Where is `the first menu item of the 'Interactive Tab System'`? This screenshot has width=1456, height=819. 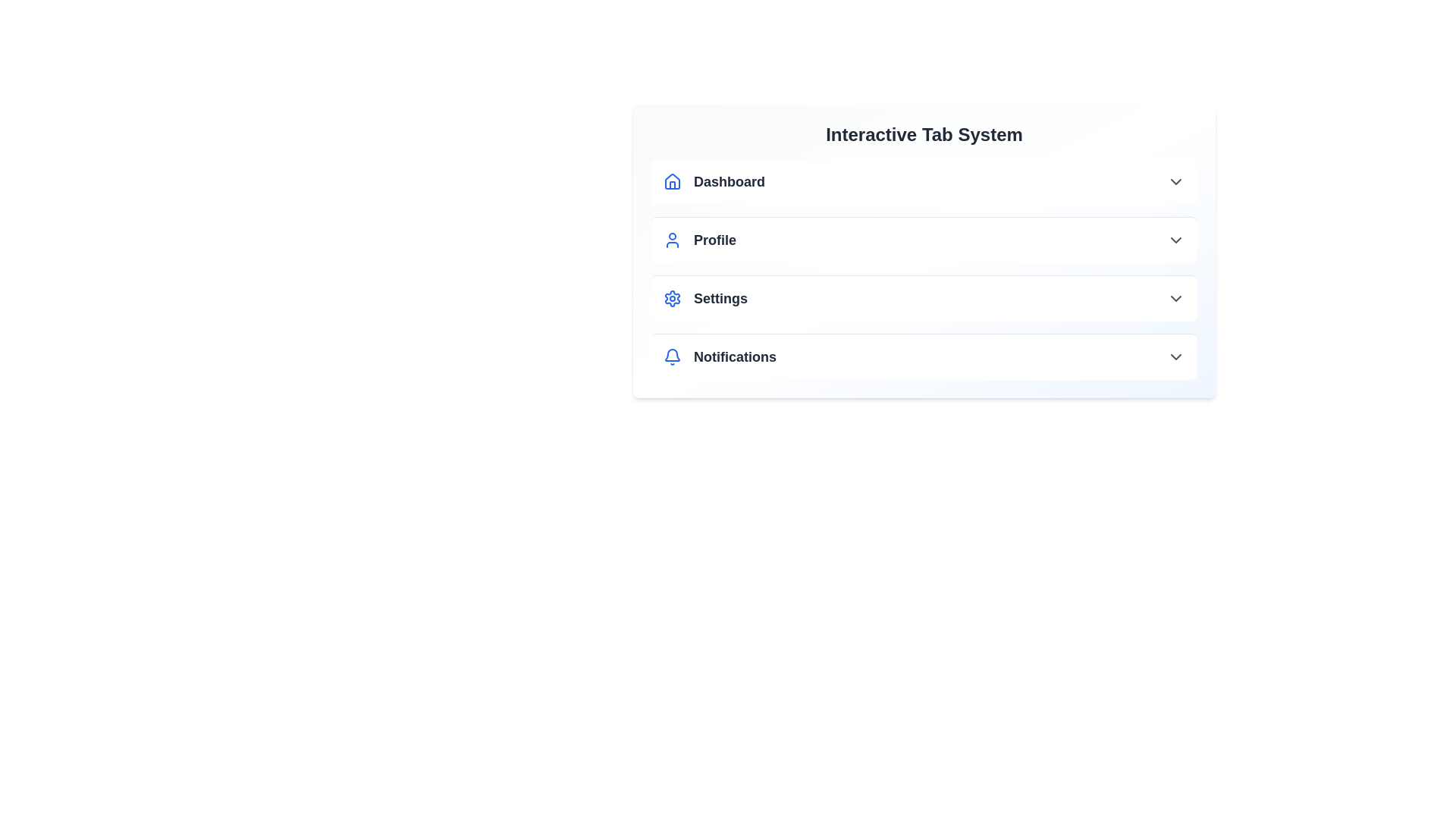
the first menu item of the 'Interactive Tab System' is located at coordinates (924, 180).